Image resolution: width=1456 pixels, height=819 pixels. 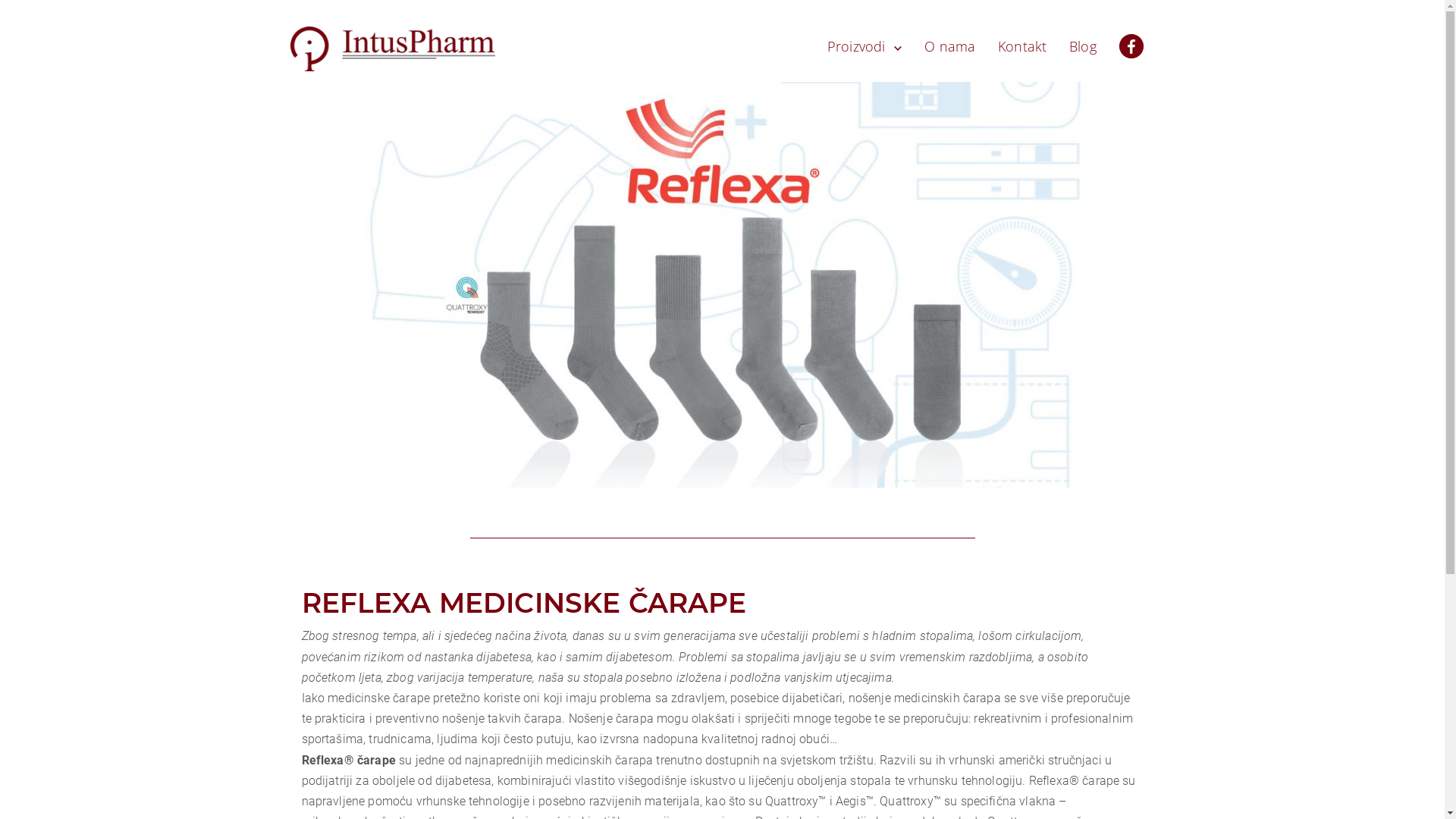 What do you see at coordinates (864, 45) in the screenshot?
I see `'Proizvodi'` at bounding box center [864, 45].